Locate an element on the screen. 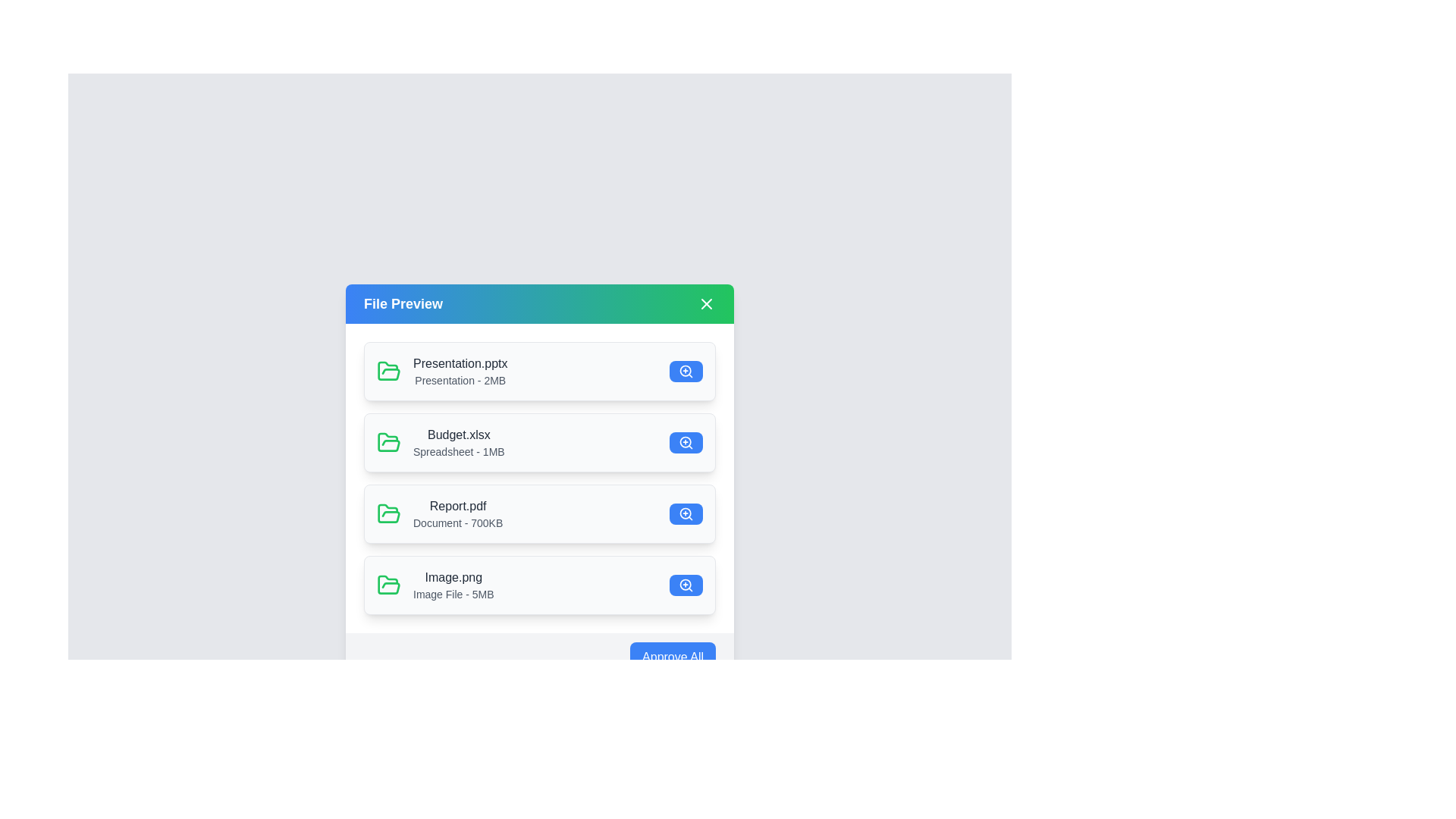  the close button in the top-right corner of the dialog is located at coordinates (705, 304).